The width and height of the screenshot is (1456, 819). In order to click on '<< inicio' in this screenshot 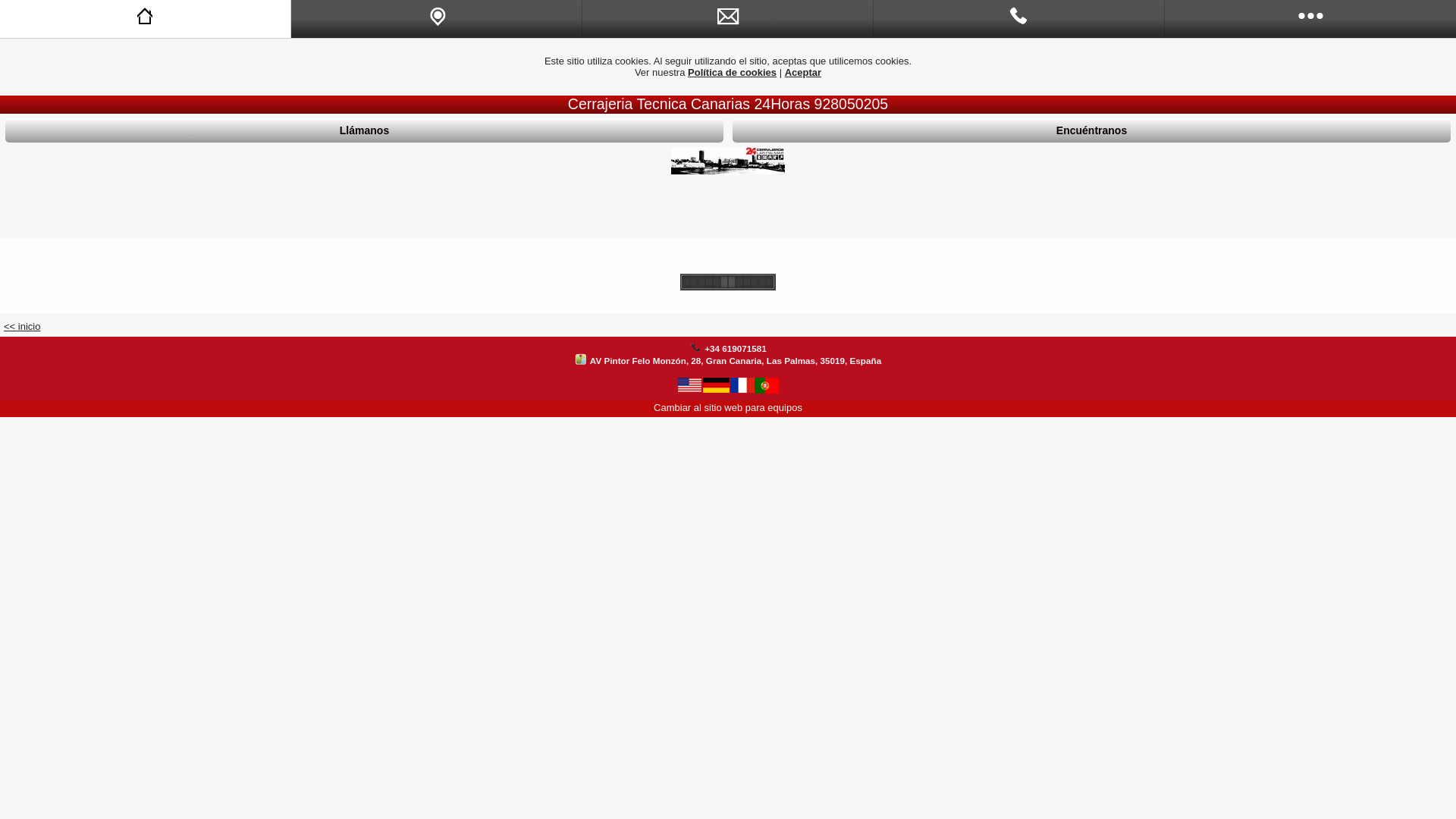, I will do `click(21, 325)`.